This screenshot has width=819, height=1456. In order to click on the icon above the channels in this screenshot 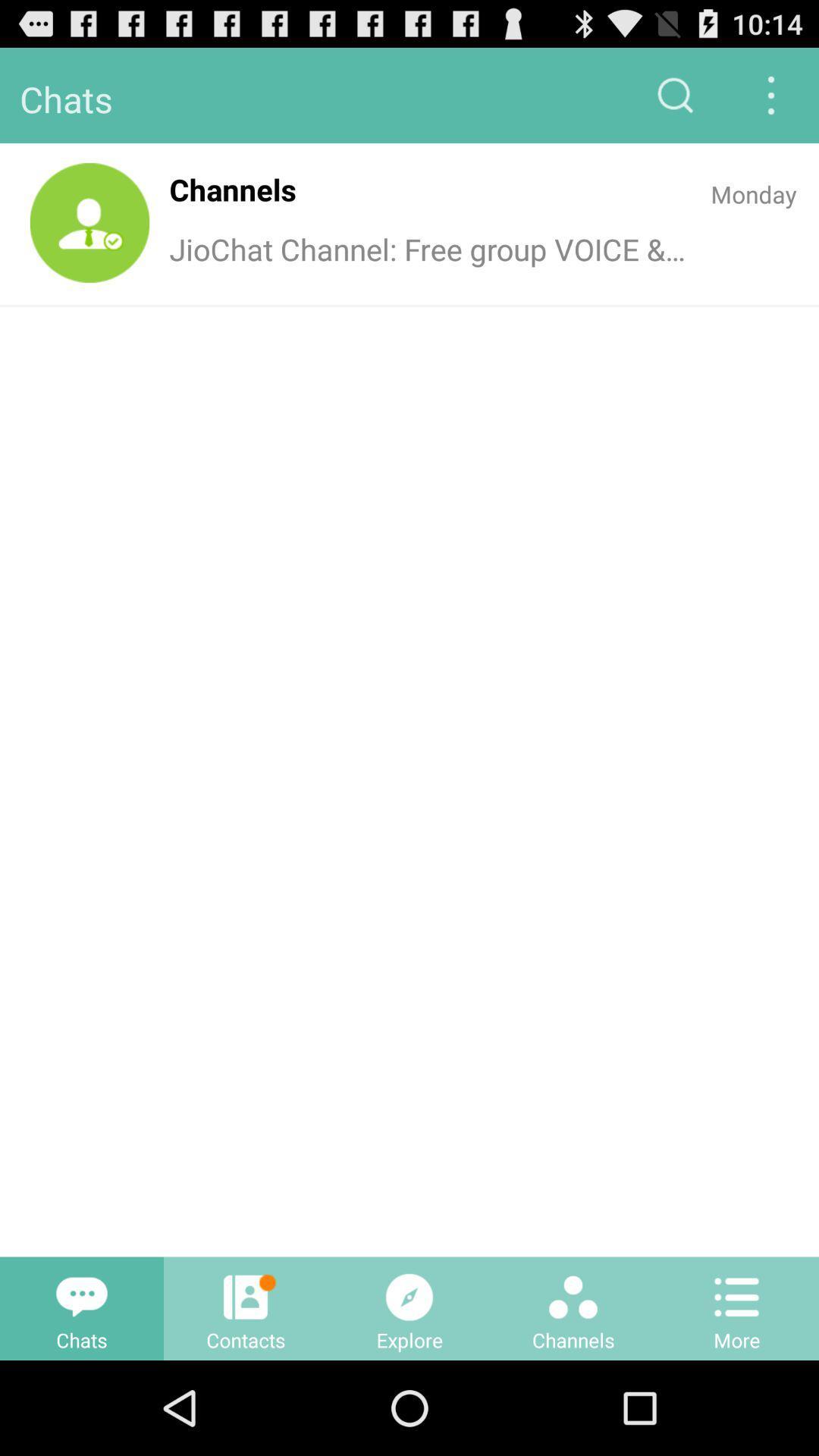, I will do `click(573, 1296)`.